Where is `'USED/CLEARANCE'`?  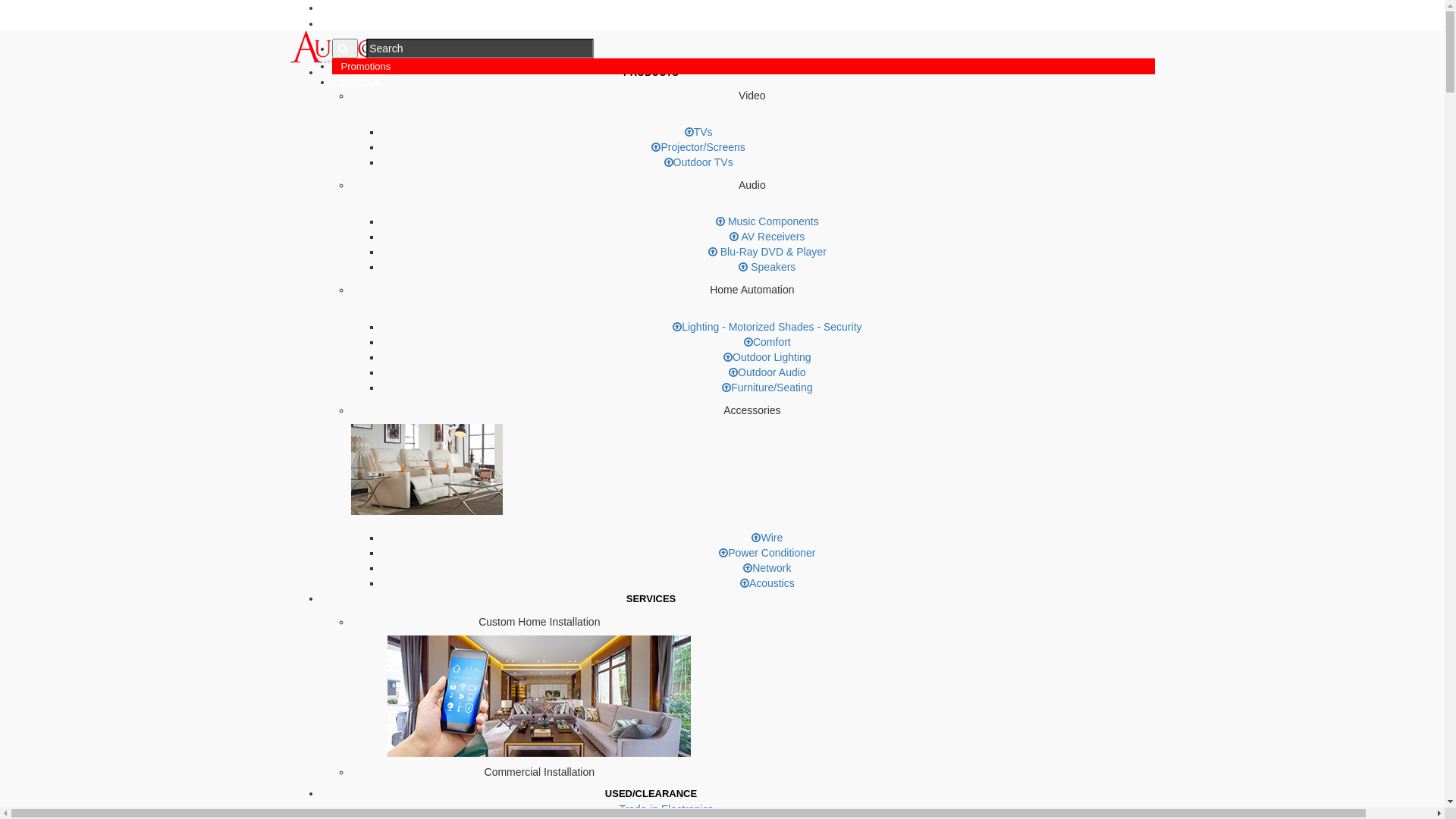 'USED/CLEARANCE' is located at coordinates (651, 792).